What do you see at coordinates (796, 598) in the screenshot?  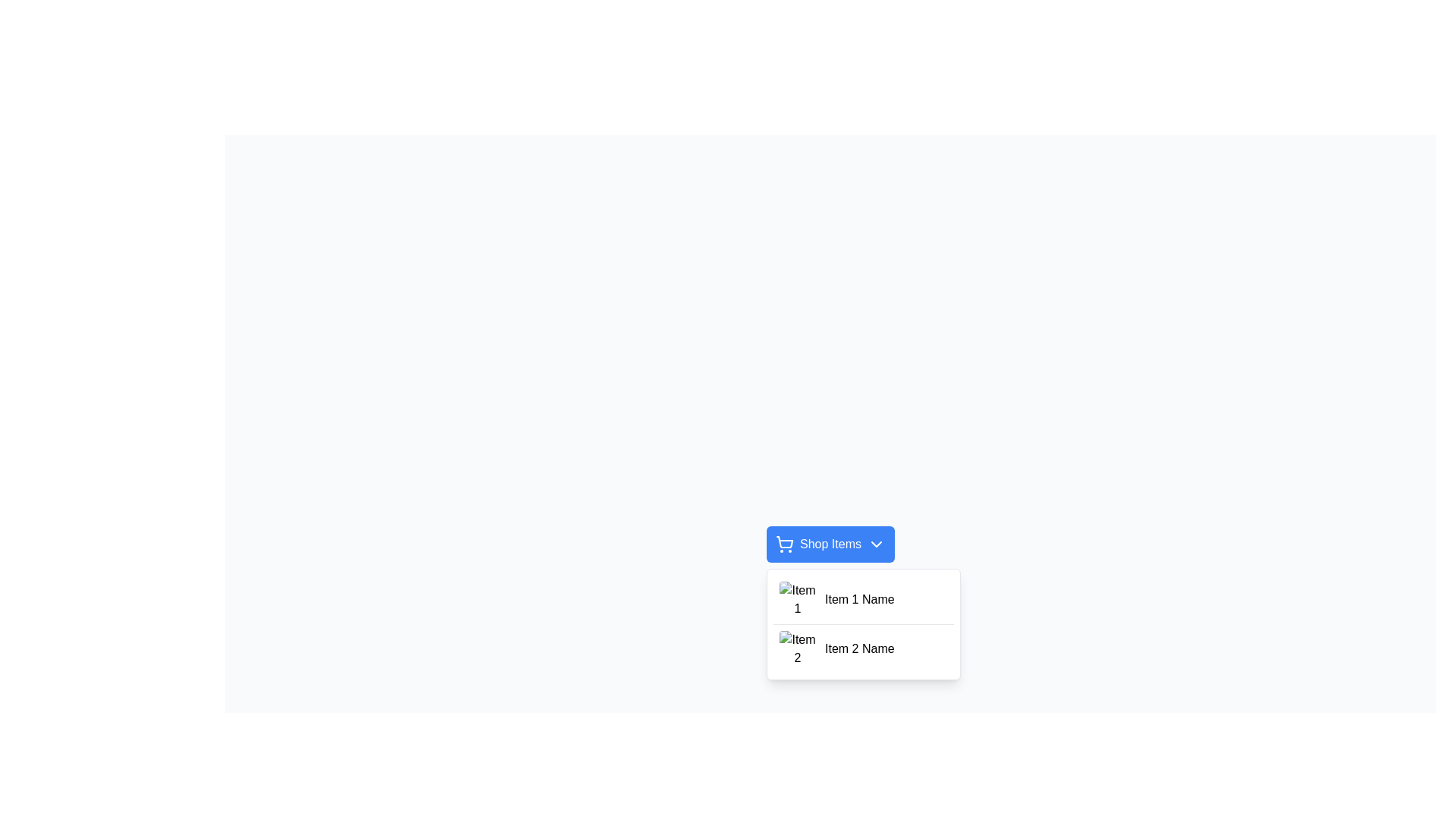 I see `the square-shaped image with rounded corners that displays a placeholder icon for an image and the text 'Item 1', located` at bounding box center [796, 598].